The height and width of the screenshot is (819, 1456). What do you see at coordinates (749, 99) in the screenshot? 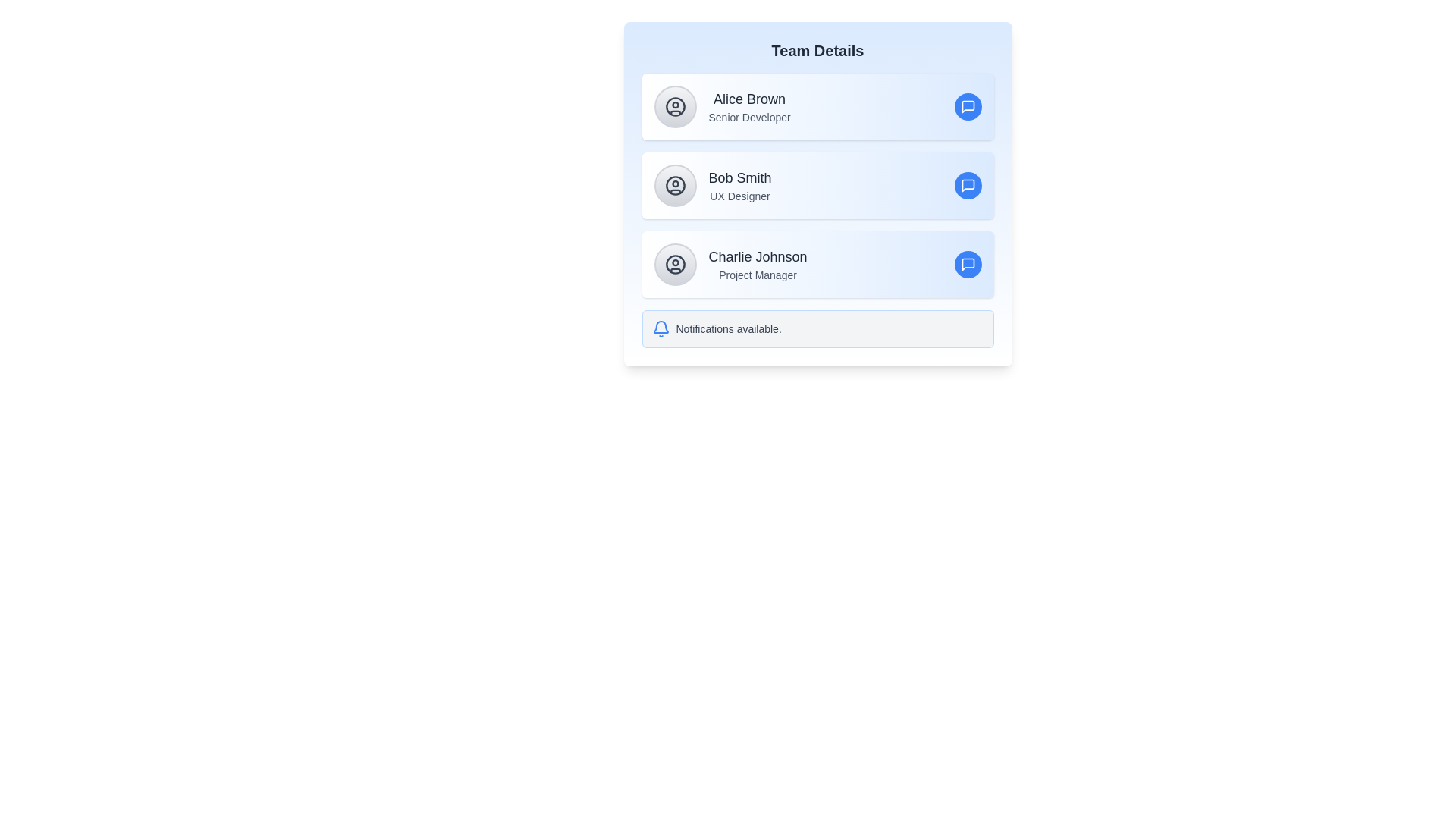
I see `text label displaying 'Alice Brown', which is styled in a medium-sized, bold font with a dark gray color, located at the top of the team members list in the 'Team Details' section` at bounding box center [749, 99].